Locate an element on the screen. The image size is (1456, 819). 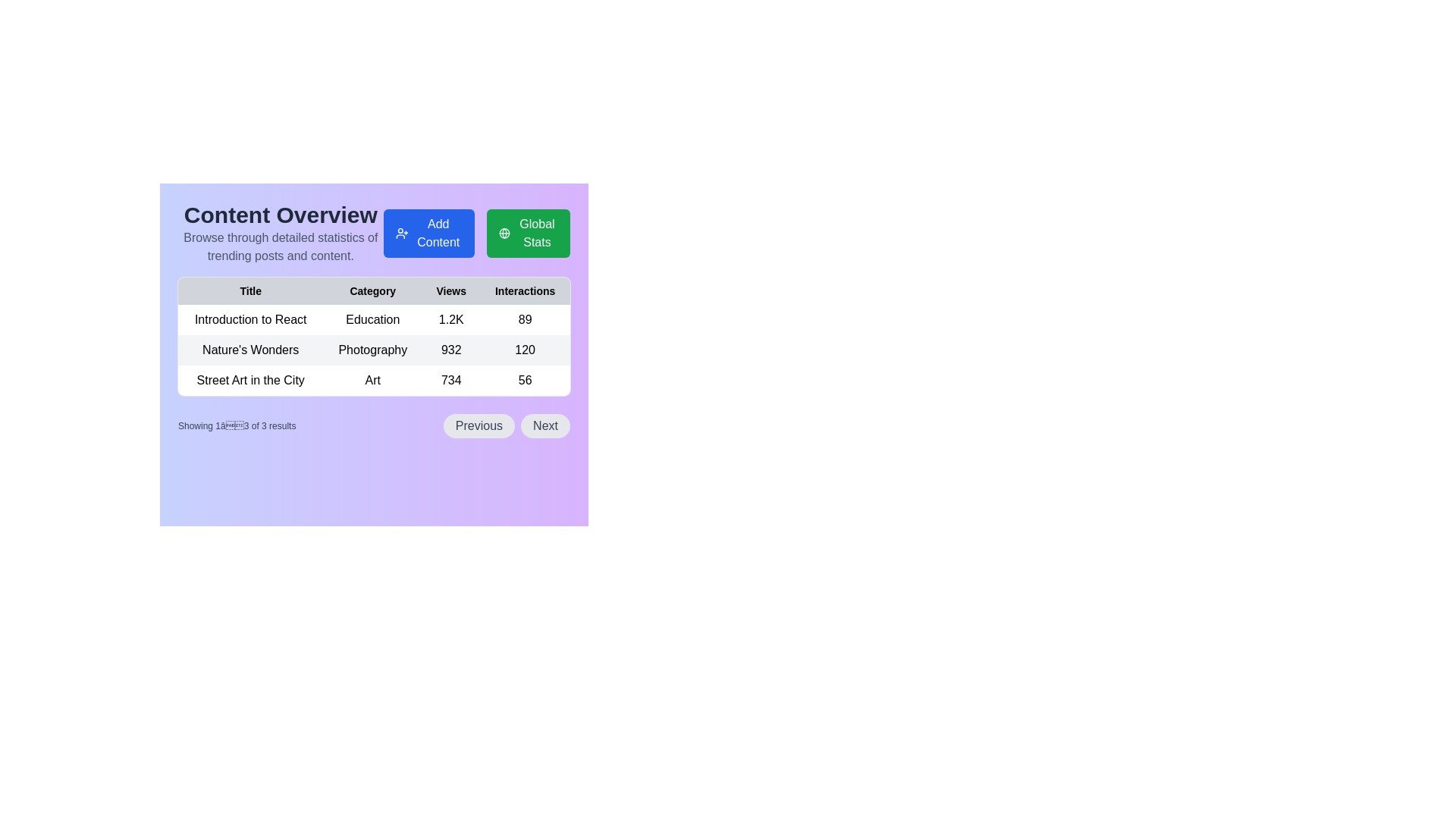
the second row of the table displaying content overview data, which contains the text "Nature's Wonders Photography 932 120" is located at coordinates (374, 350).